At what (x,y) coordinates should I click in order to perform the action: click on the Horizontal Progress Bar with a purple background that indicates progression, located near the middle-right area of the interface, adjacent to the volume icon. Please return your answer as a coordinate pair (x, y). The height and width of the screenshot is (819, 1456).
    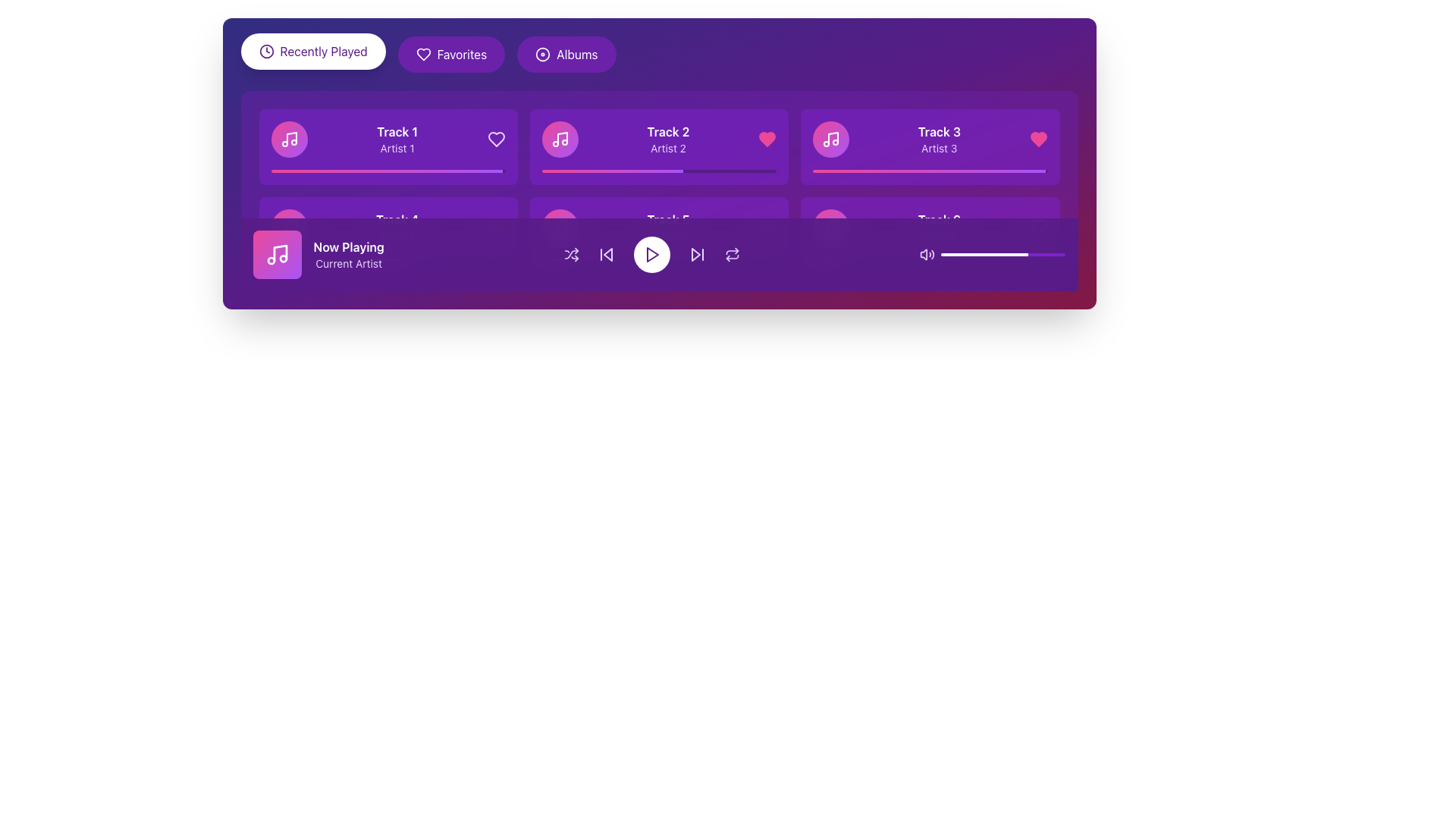
    Looking at the image, I should click on (1003, 253).